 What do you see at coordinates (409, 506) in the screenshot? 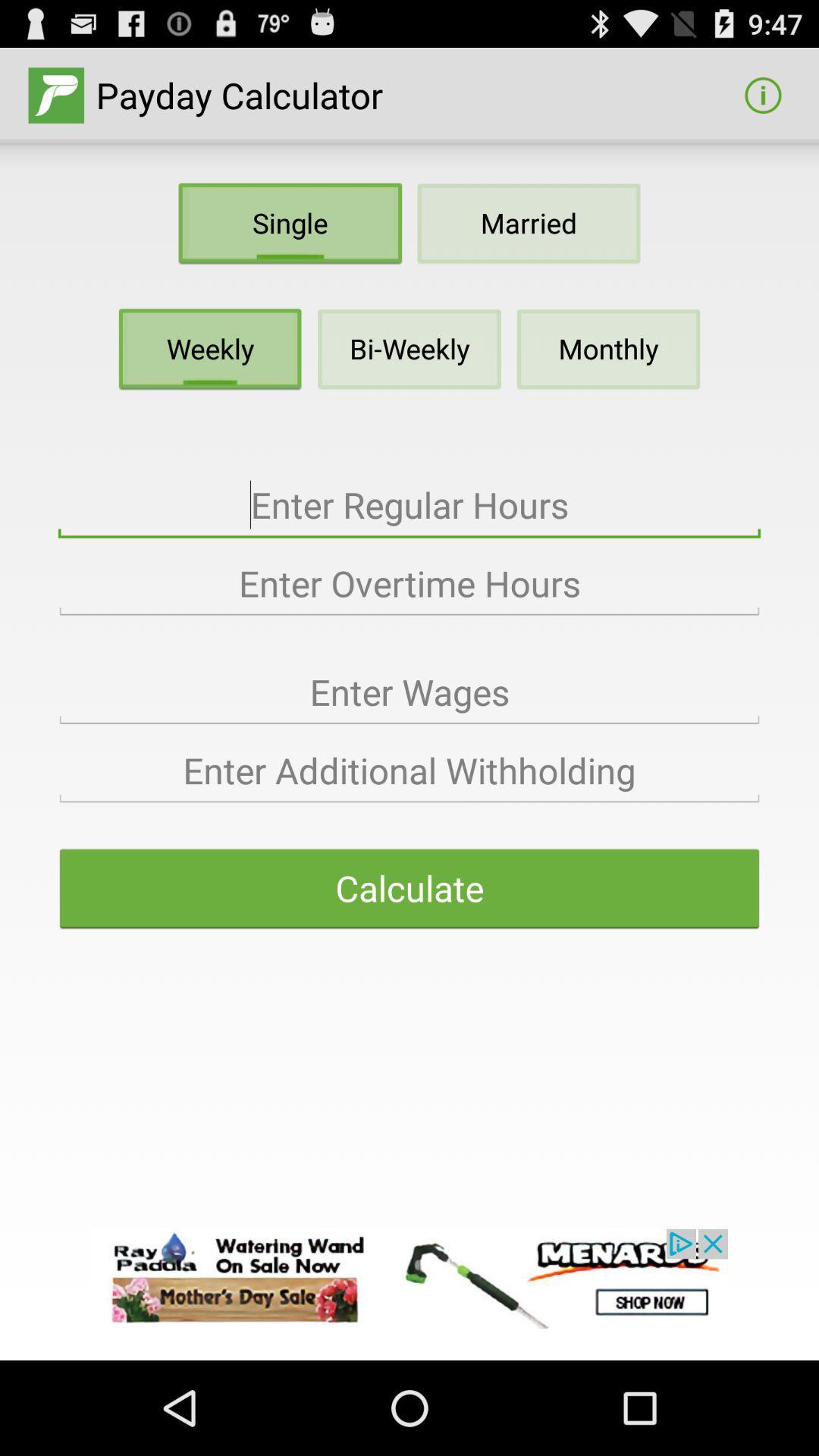
I see `the field above enter overtime hours` at bounding box center [409, 506].